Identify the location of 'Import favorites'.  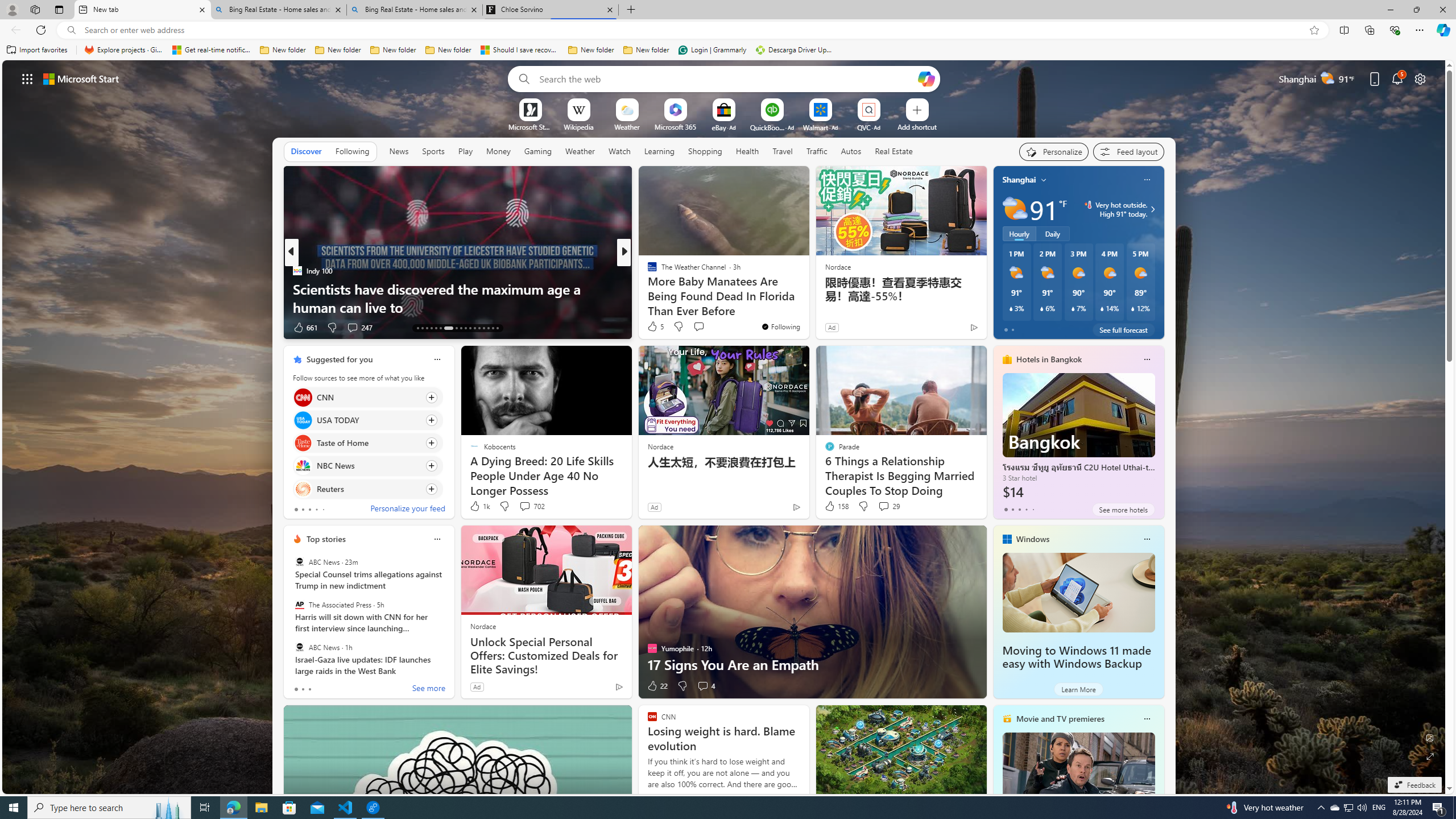
(37, 49).